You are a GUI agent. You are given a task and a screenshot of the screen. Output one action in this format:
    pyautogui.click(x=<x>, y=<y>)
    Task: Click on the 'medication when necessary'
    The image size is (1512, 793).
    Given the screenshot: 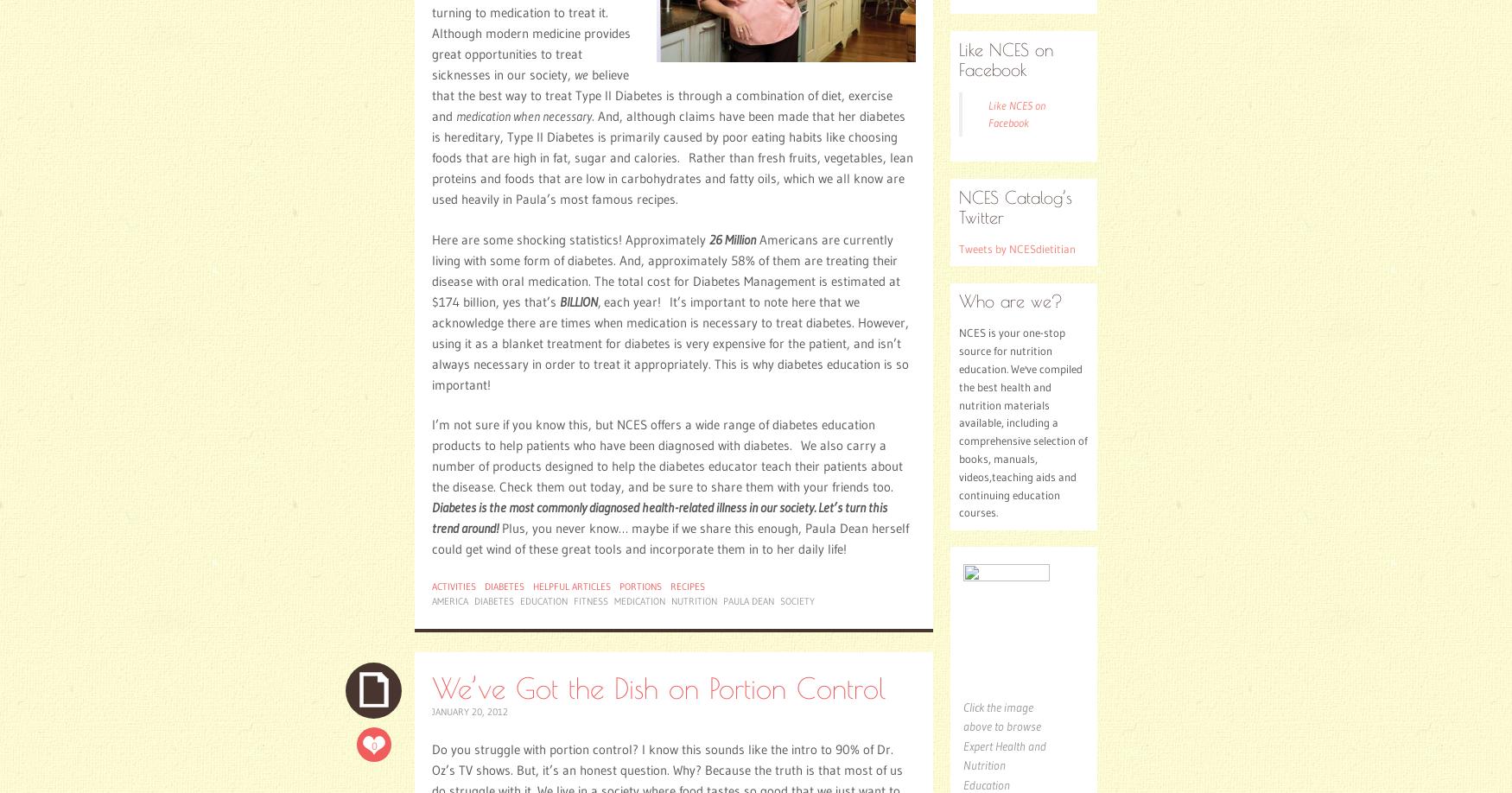 What is the action you would take?
    pyautogui.click(x=524, y=115)
    